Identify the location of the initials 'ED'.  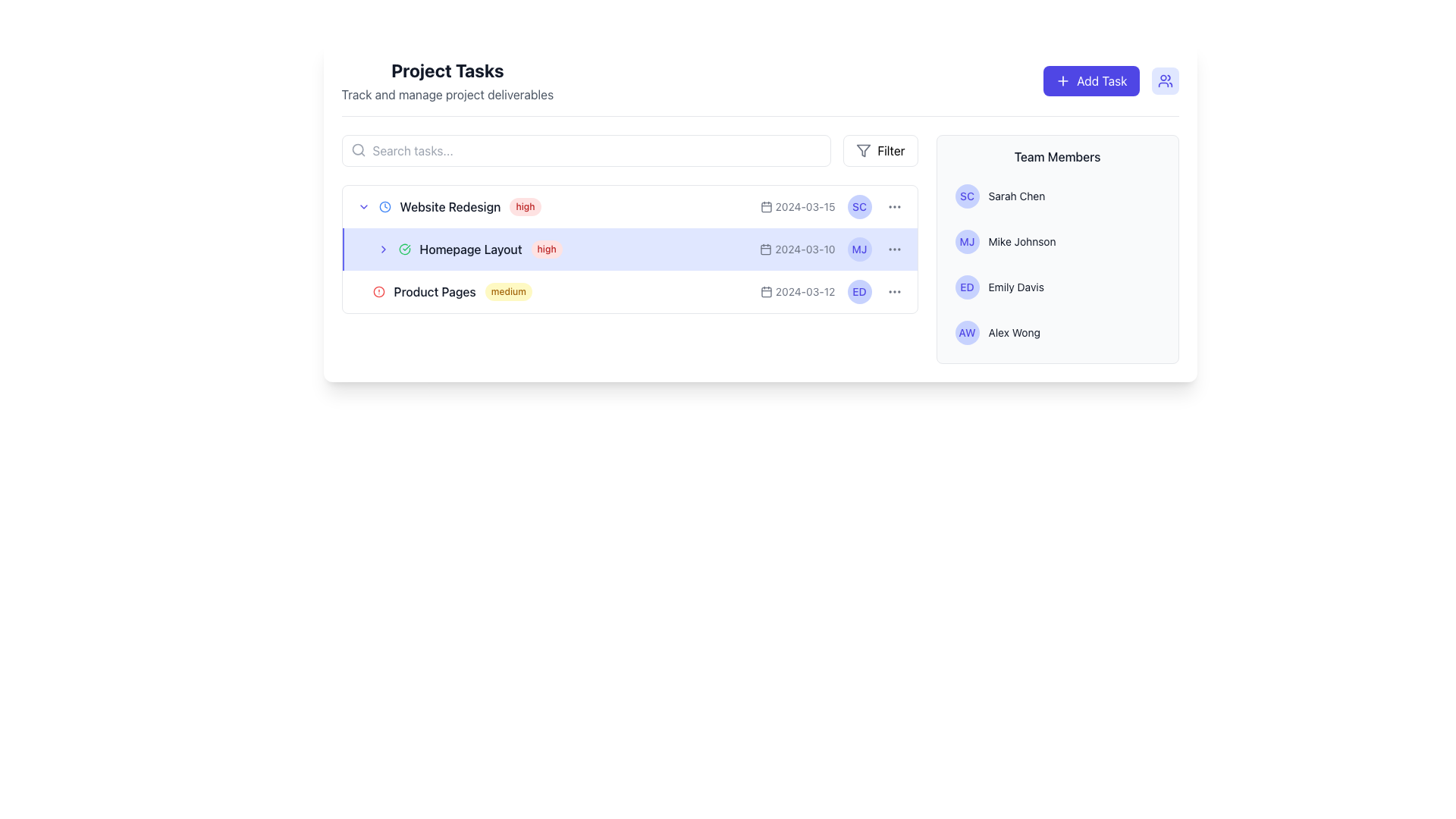
(832, 292).